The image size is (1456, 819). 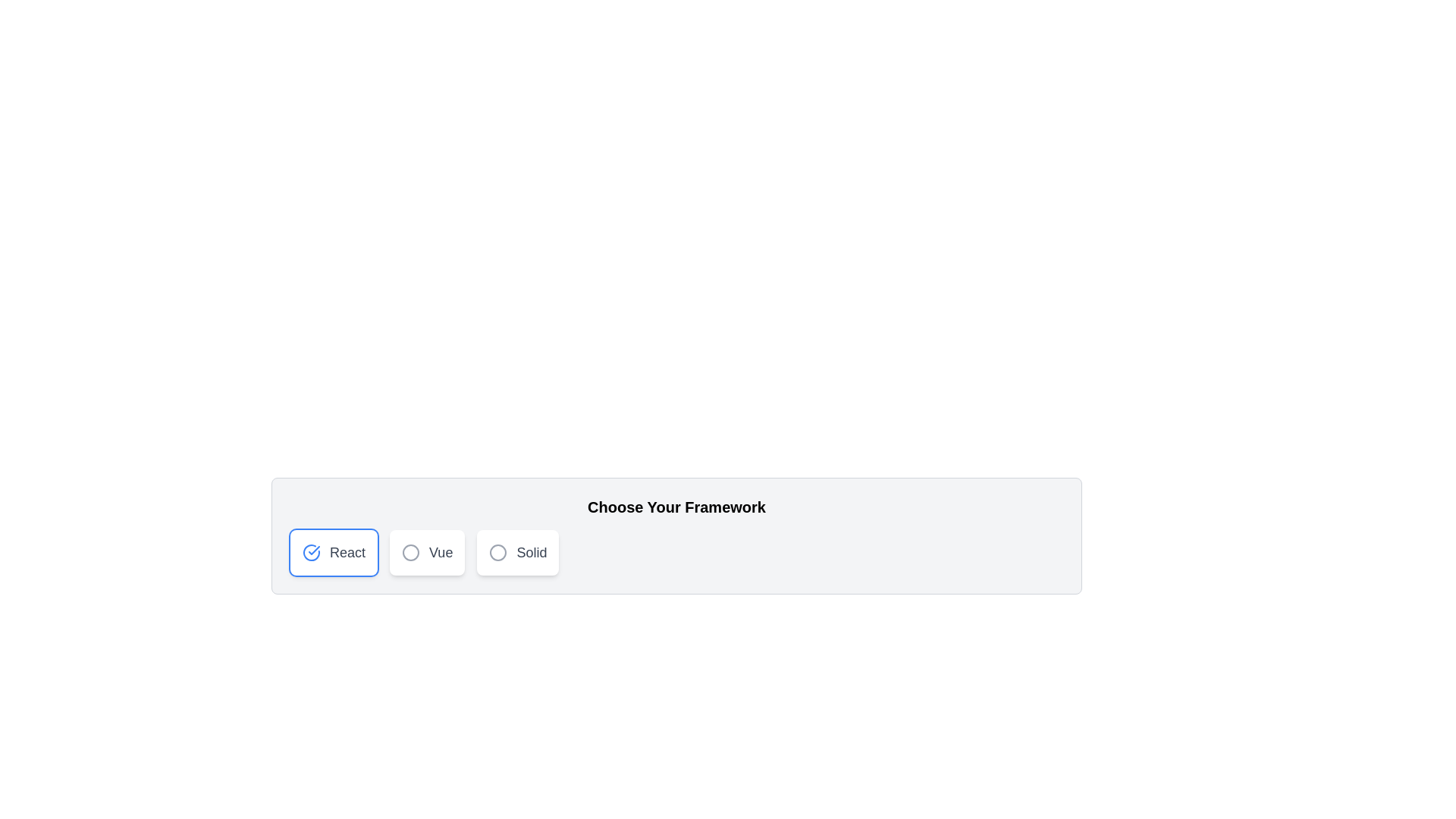 I want to click on the decorative or status indicator icon located on the left side of the 'Vue' button, which is positioned between 'React' and 'Solid' in the framework selection row, so click(x=411, y=553).